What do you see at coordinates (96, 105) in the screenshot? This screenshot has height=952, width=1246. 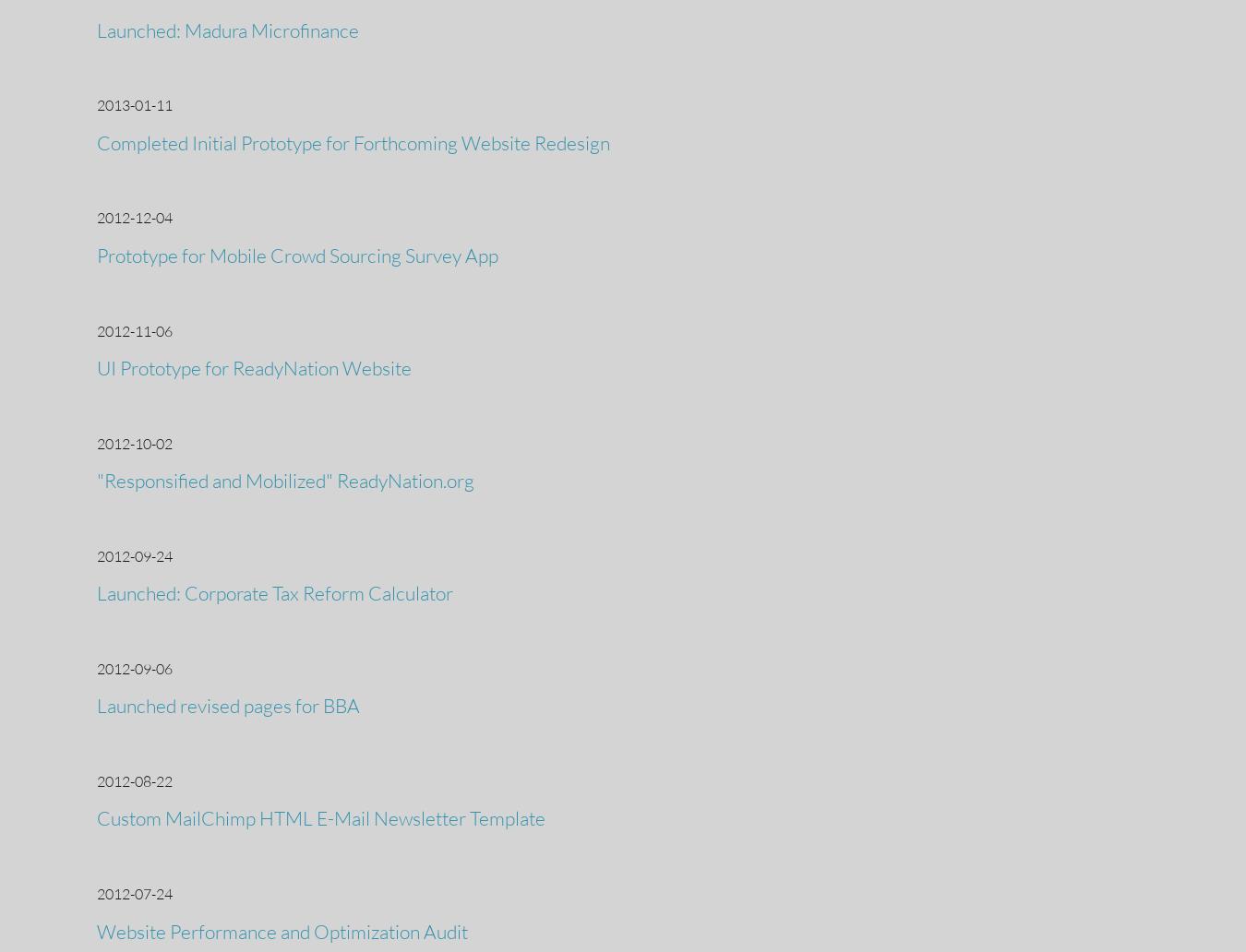 I see `'2013-01-11'` at bounding box center [96, 105].